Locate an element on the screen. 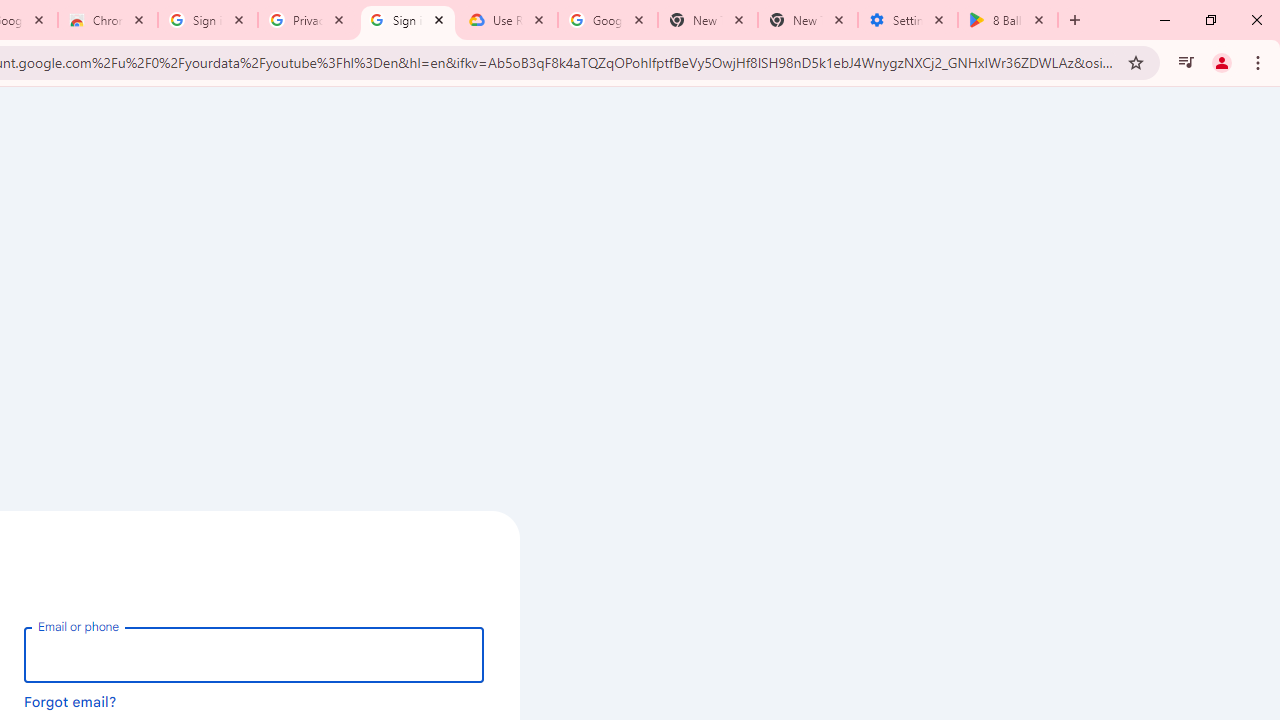 Image resolution: width=1280 pixels, height=720 pixels. 'Forgot email?' is located at coordinates (70, 700).